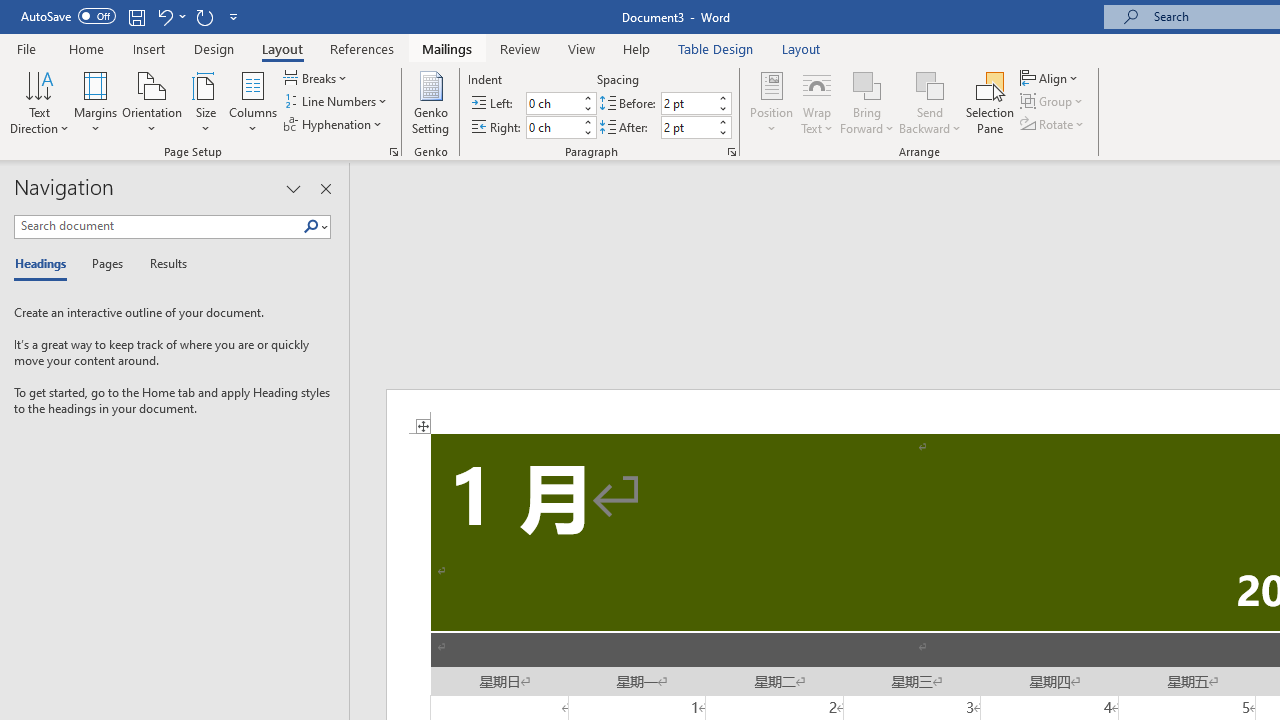 The width and height of the screenshot is (1280, 720). Describe the element at coordinates (234, 16) in the screenshot. I see `'Customize Quick Access Toolbar'` at that location.